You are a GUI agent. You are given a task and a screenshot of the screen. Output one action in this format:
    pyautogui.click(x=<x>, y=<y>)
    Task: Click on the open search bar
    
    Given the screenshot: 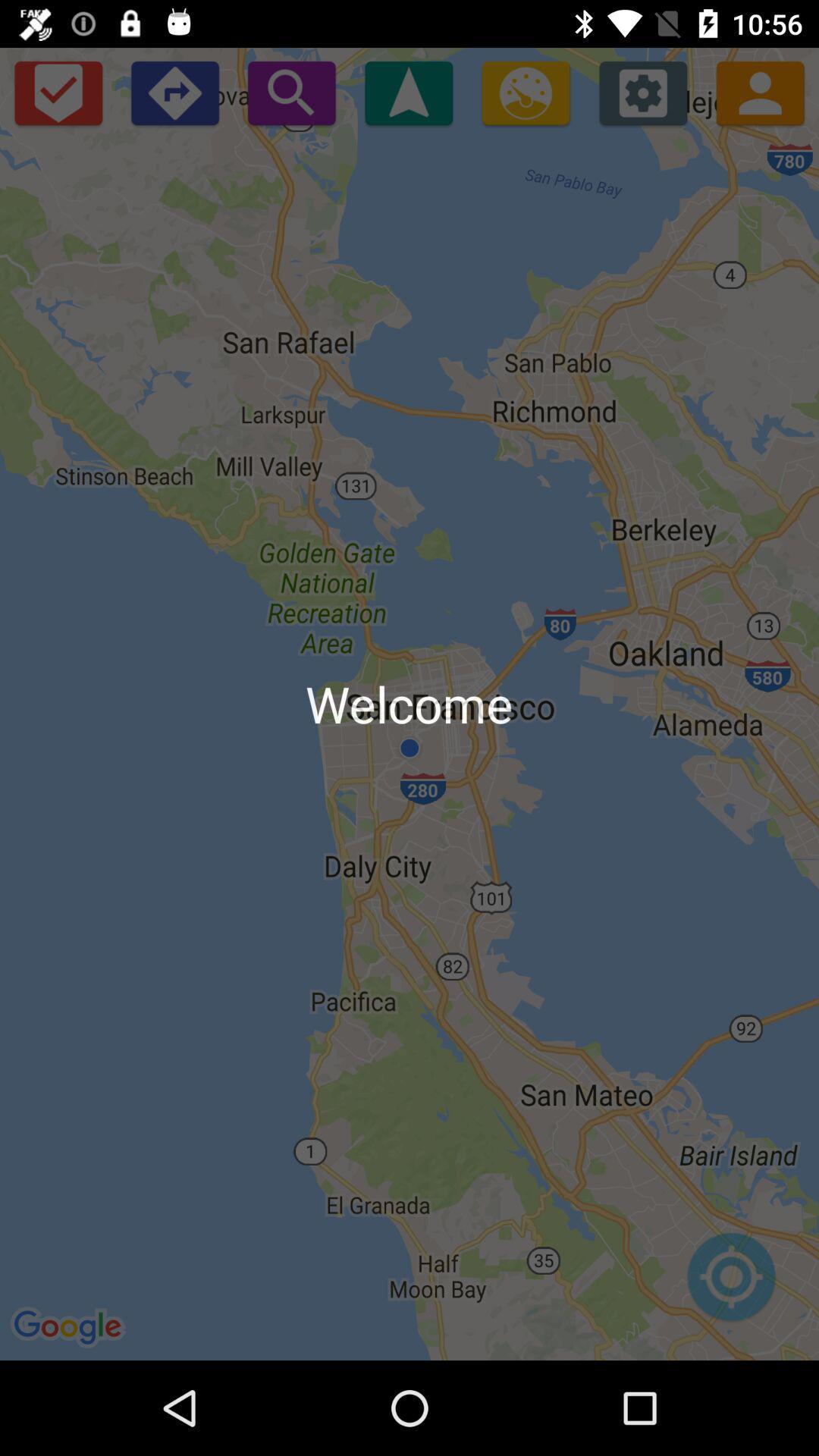 What is the action you would take?
    pyautogui.click(x=291, y=92)
    